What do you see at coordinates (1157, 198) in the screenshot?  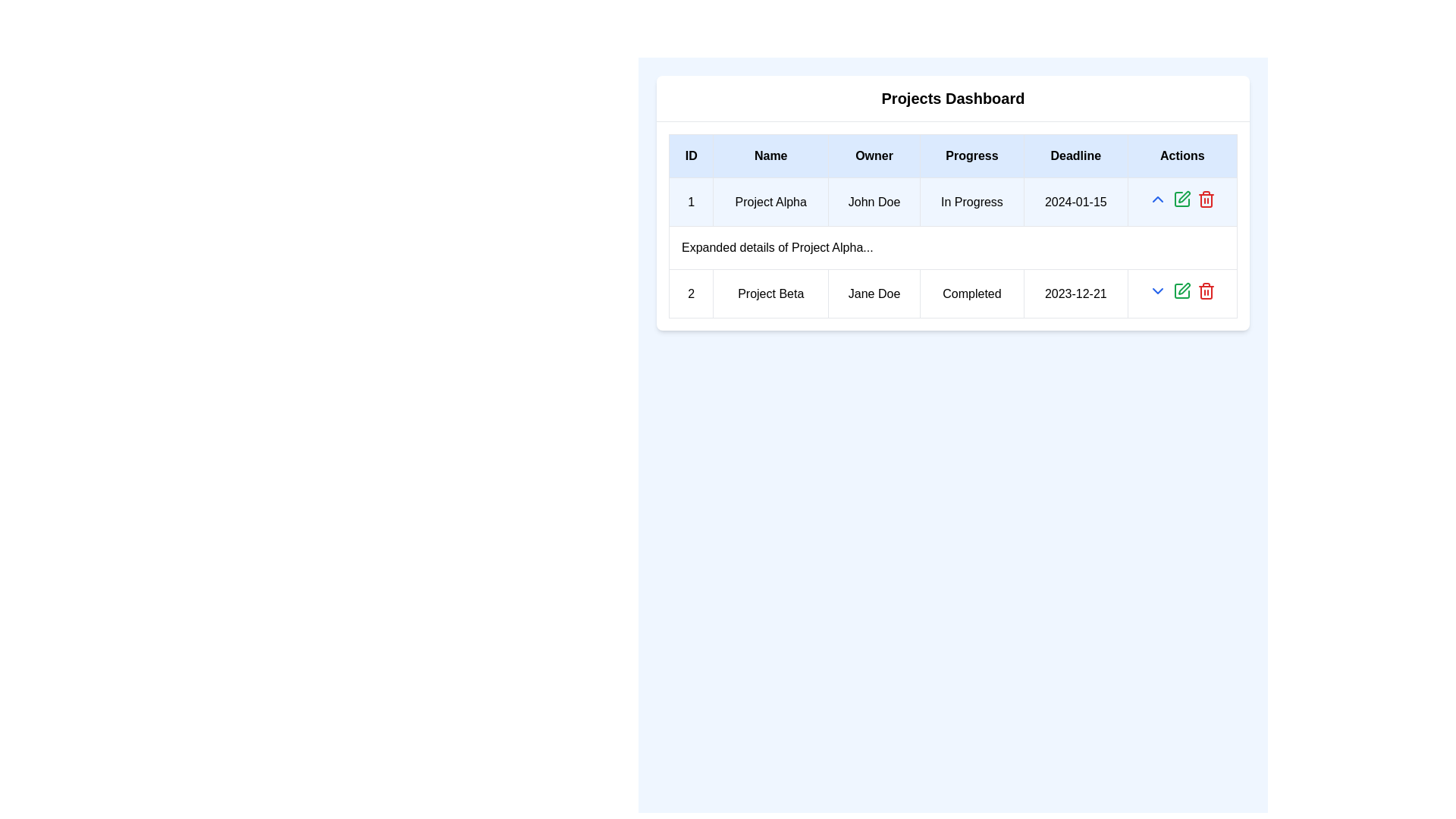 I see `the upward-pointing blue arrow icon located in the actions column of the second row in the table` at bounding box center [1157, 198].